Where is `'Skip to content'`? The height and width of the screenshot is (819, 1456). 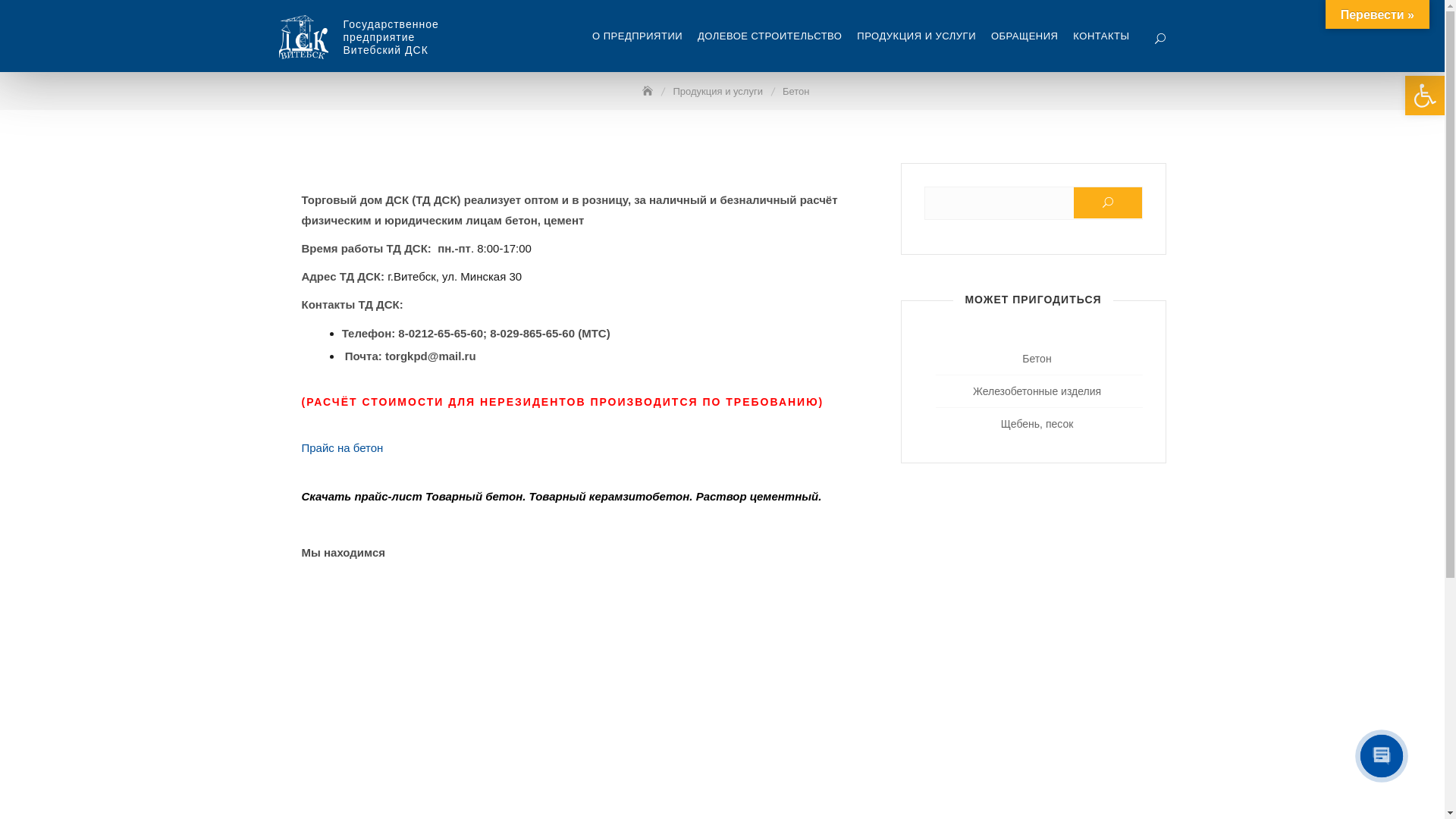
'Skip to content' is located at coordinates (0, 0).